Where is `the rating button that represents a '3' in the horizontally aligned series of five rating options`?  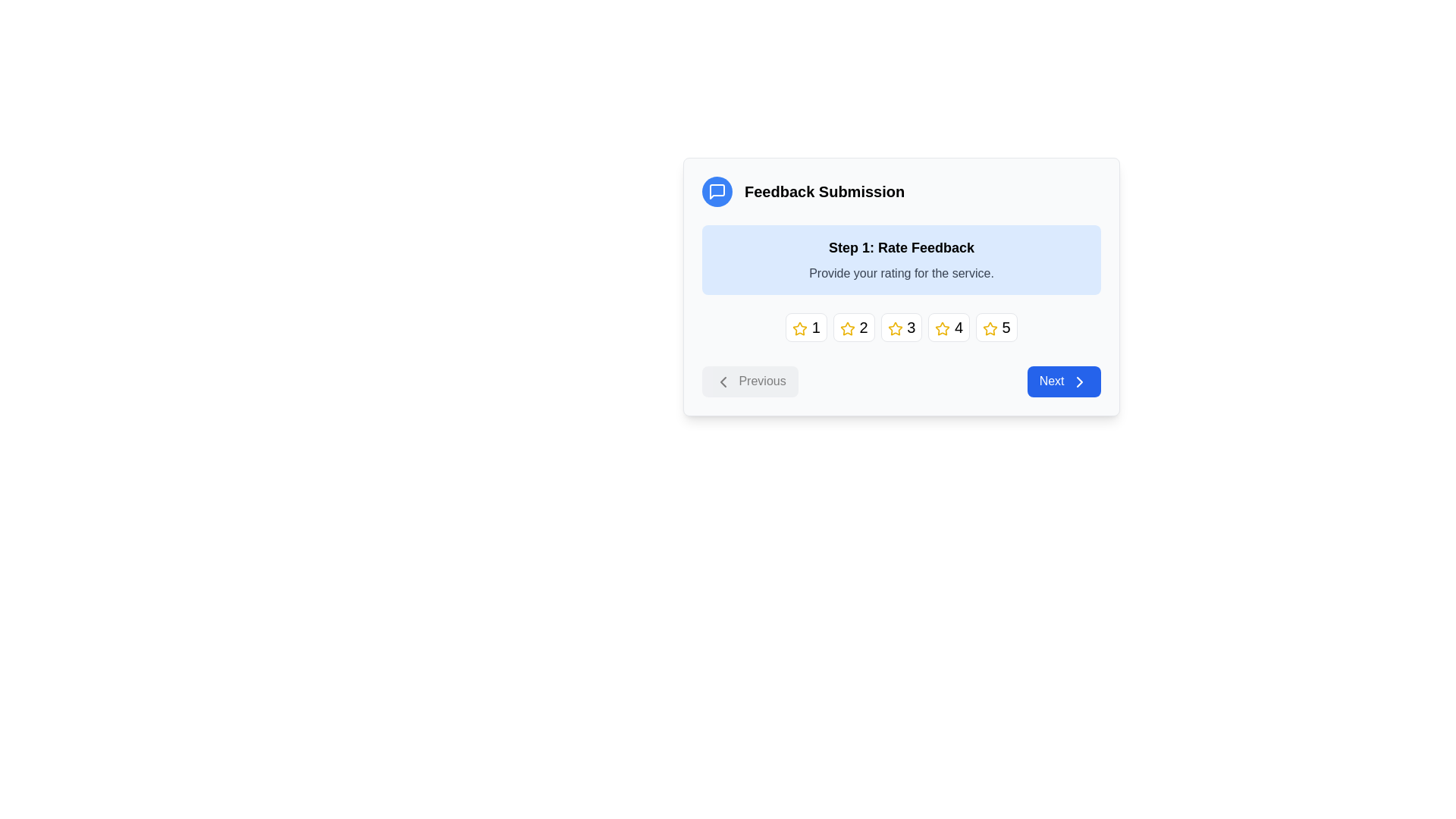
the rating button that represents a '3' in the horizontally aligned series of five rating options is located at coordinates (902, 327).